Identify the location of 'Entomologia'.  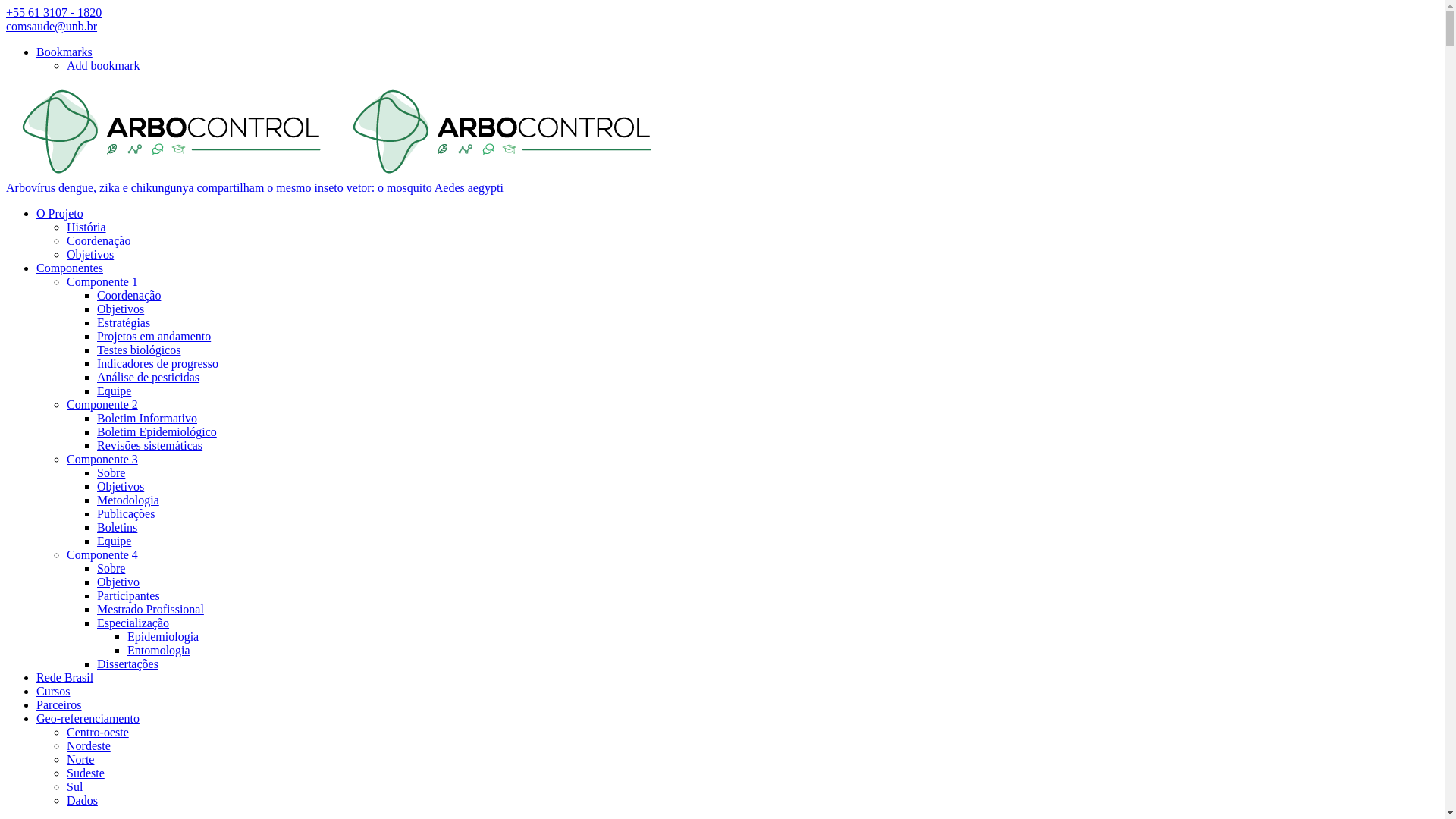
(158, 649).